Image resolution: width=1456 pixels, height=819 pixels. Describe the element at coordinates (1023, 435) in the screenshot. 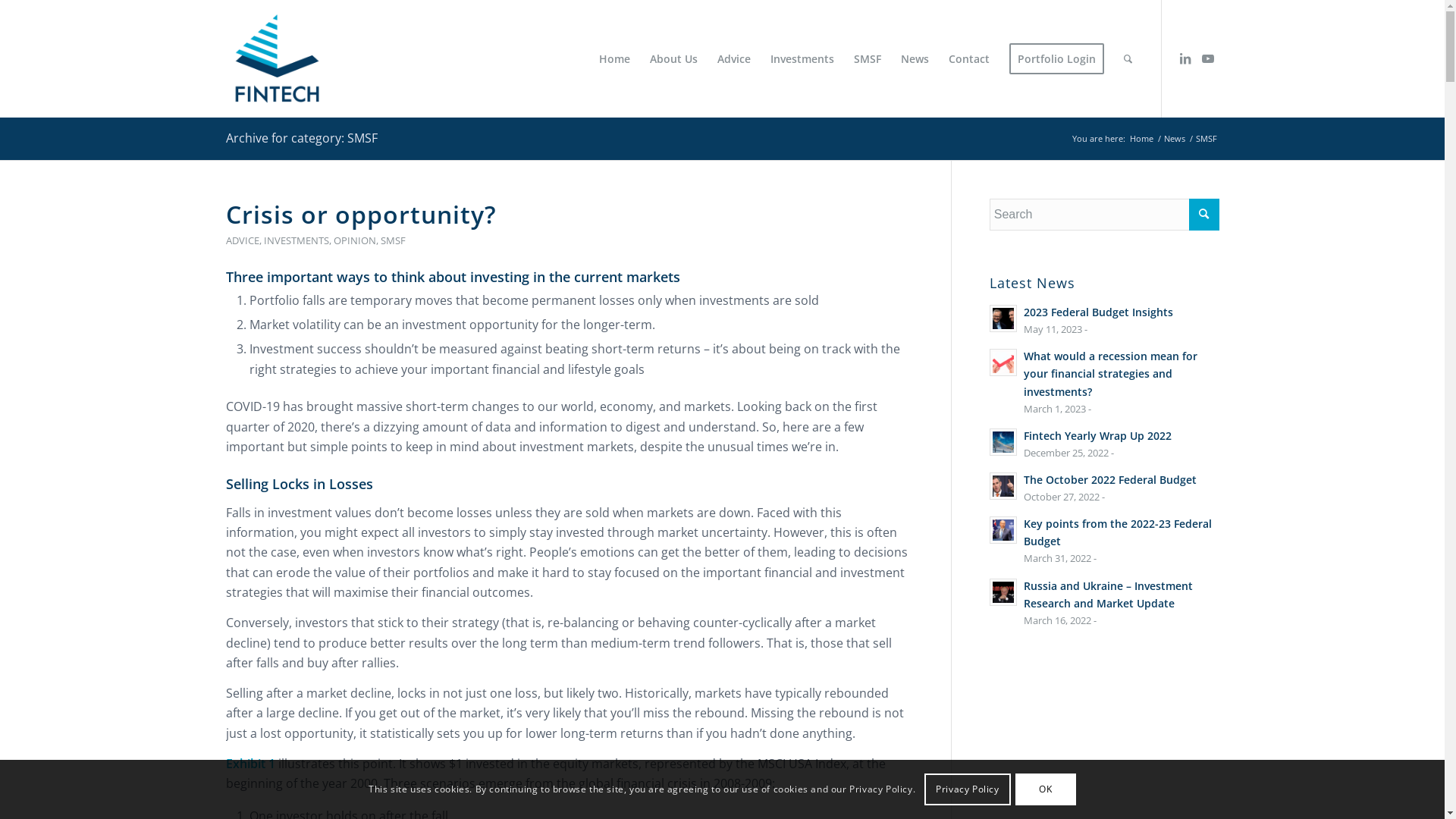

I see `'Fintech Yearly Wrap Up 2022'` at that location.